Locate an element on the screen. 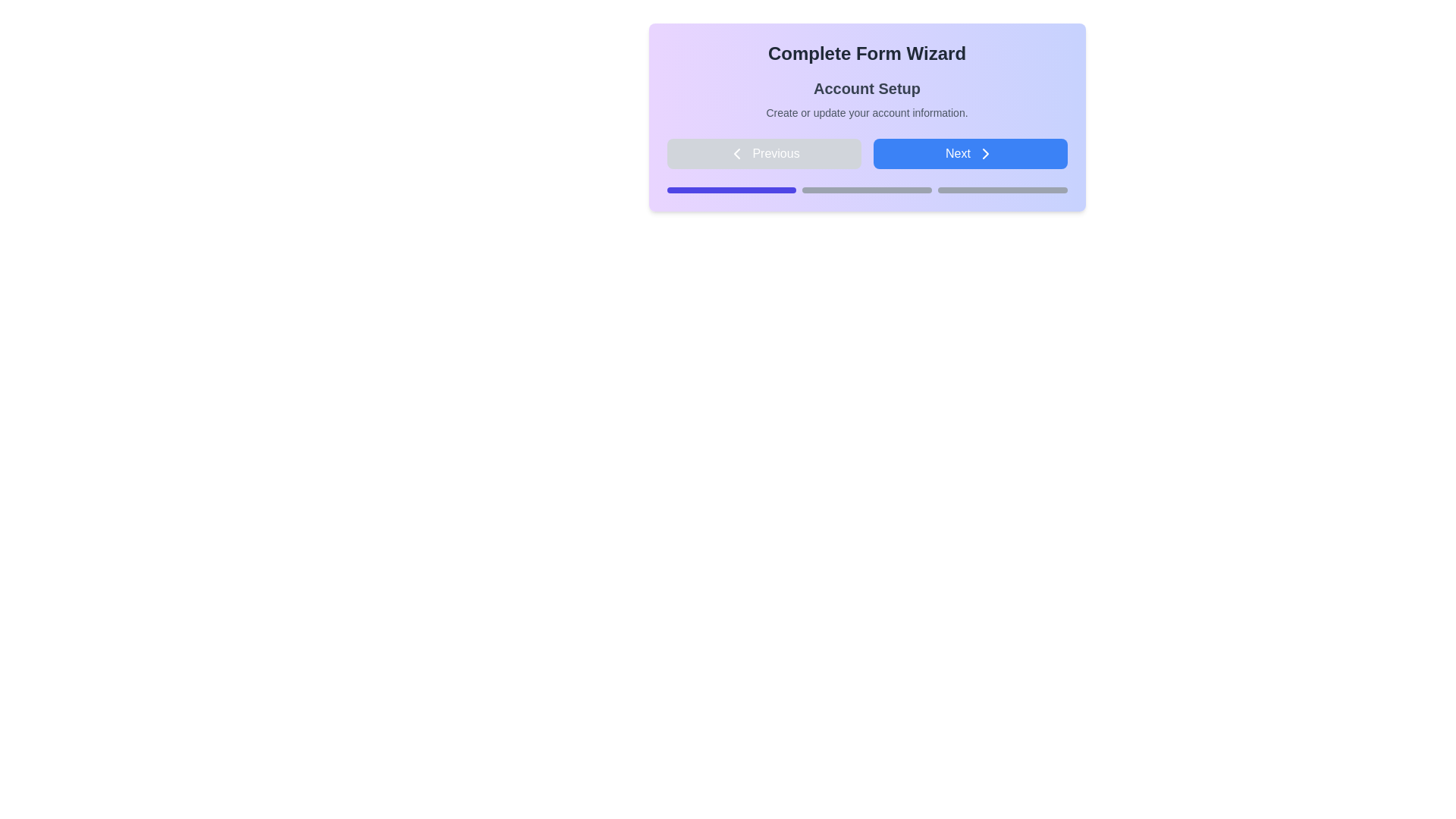  the 'Previous' button with a green background and white text, which is located to the left of the 'Next' button, if it is active is located at coordinates (764, 154).